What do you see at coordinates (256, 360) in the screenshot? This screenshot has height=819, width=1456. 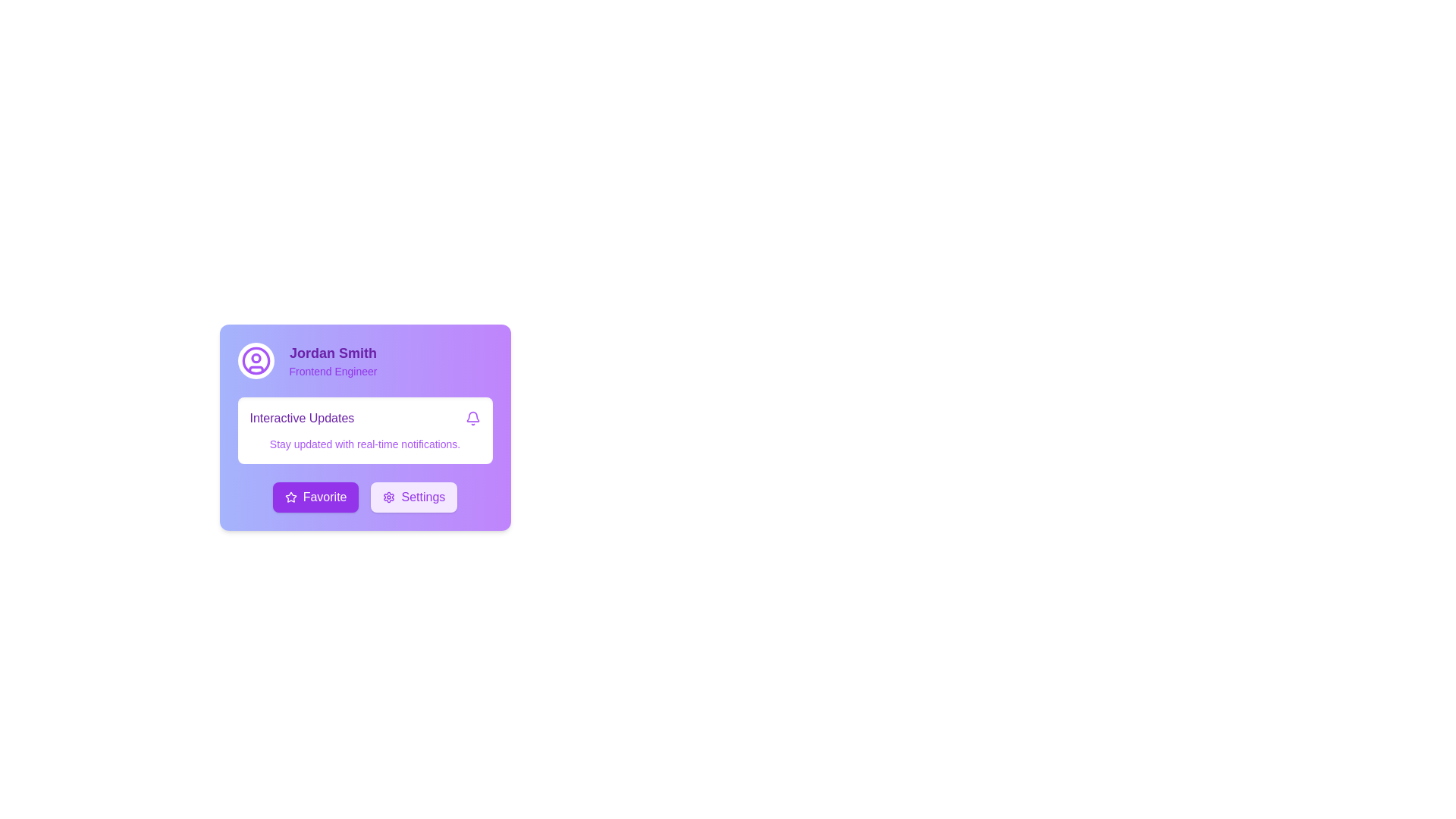 I see `the SVG circle graphic, which is the largest circle forming the outer boundary of the purple user icon on the left side of the interface` at bounding box center [256, 360].